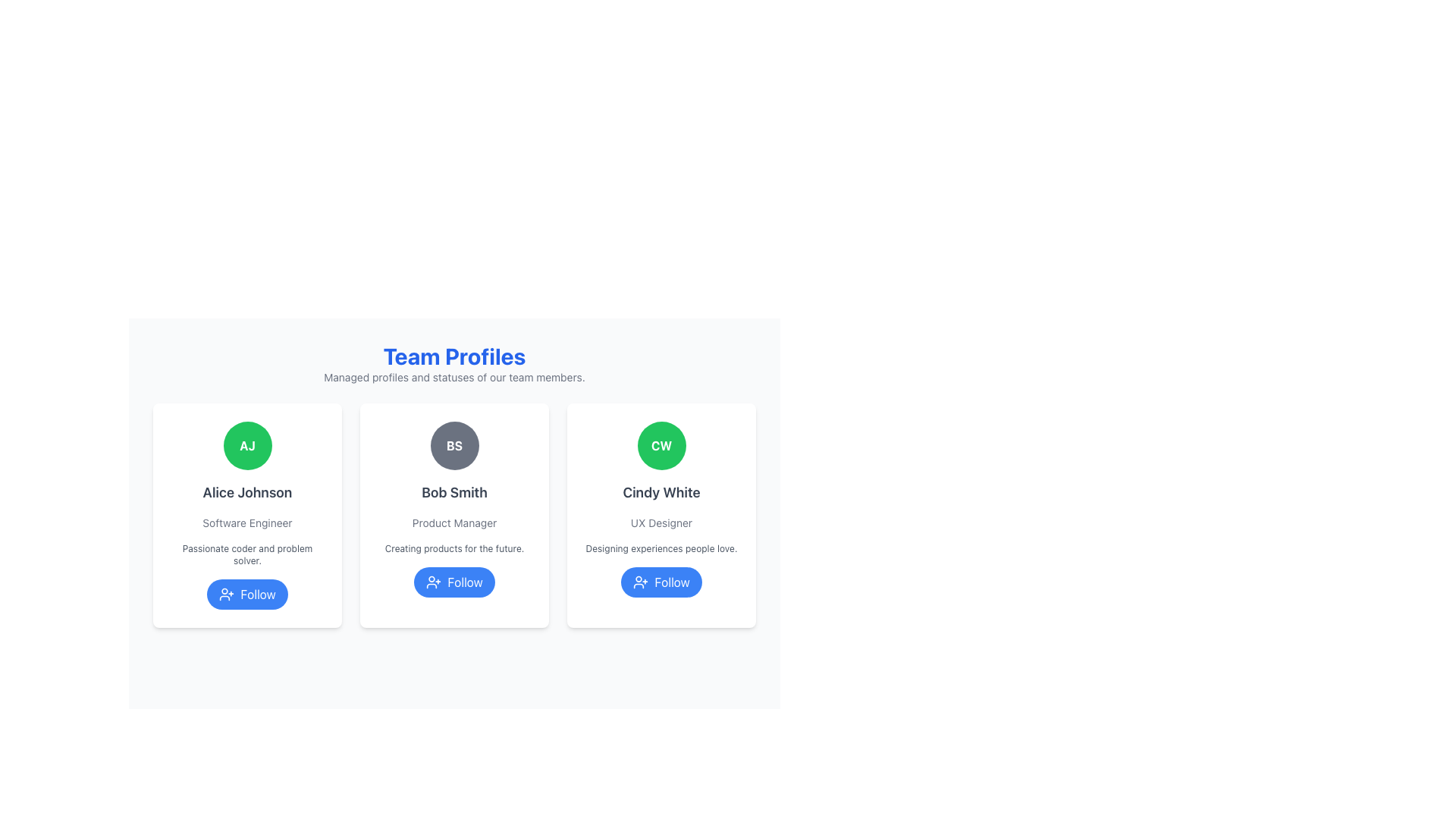 The height and width of the screenshot is (819, 1456). Describe the element at coordinates (453, 356) in the screenshot. I see `the main heading text label that summarizes the 'Team Profiles' section, which is centrally aligned and positioned above its sibling text` at that location.